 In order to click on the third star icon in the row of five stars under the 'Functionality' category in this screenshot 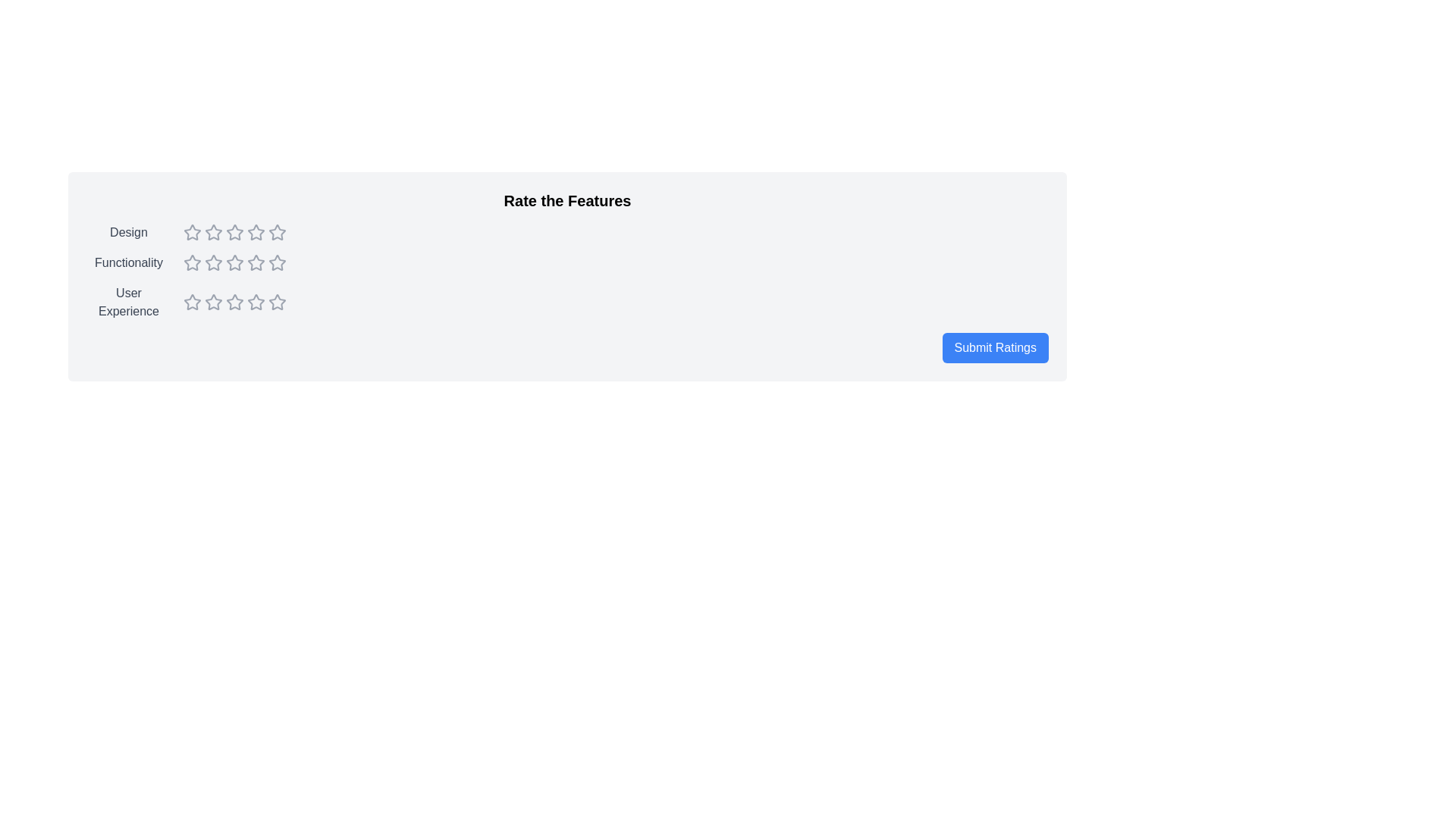, I will do `click(213, 262)`.